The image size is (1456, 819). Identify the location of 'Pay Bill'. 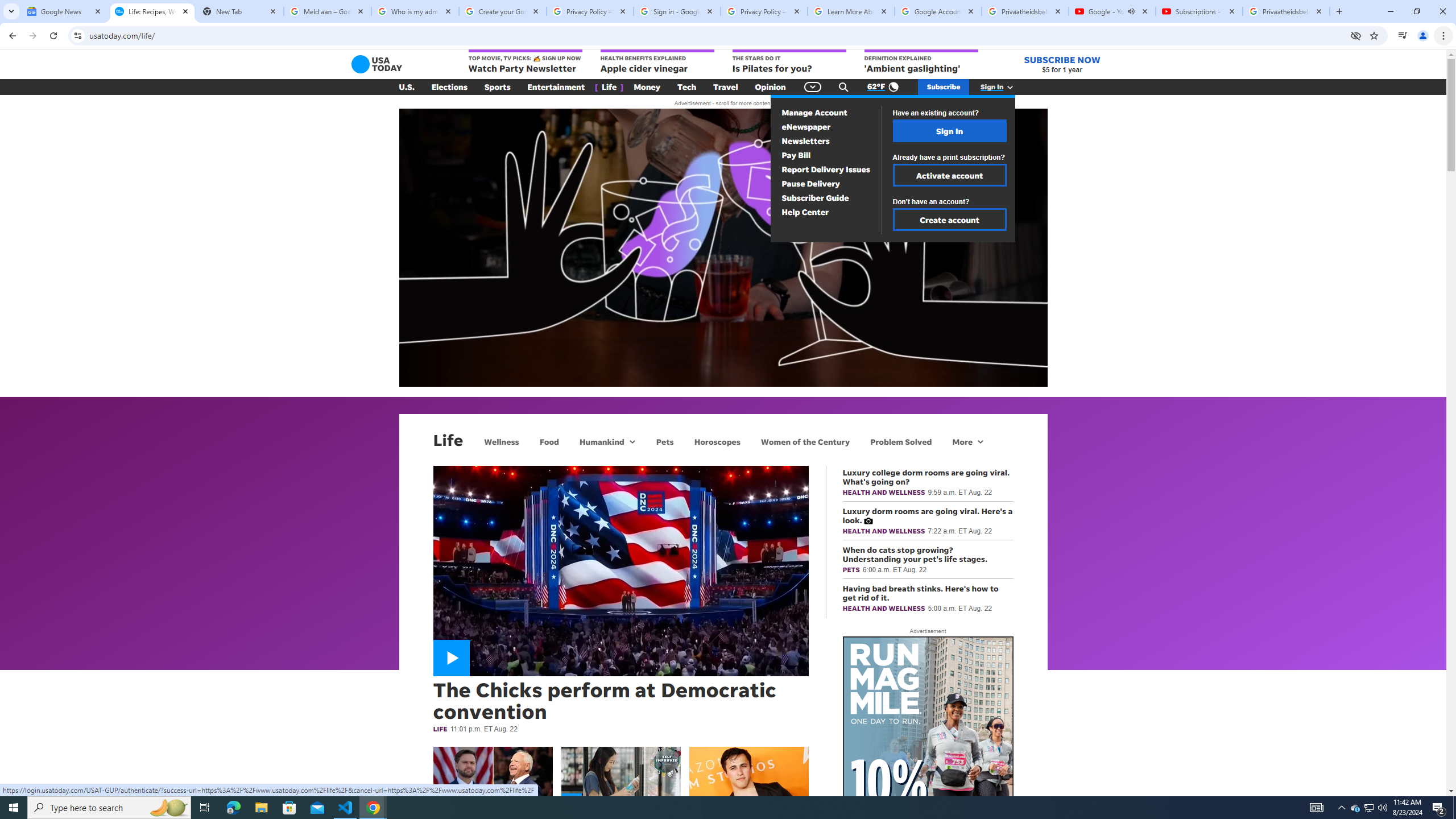
(796, 154).